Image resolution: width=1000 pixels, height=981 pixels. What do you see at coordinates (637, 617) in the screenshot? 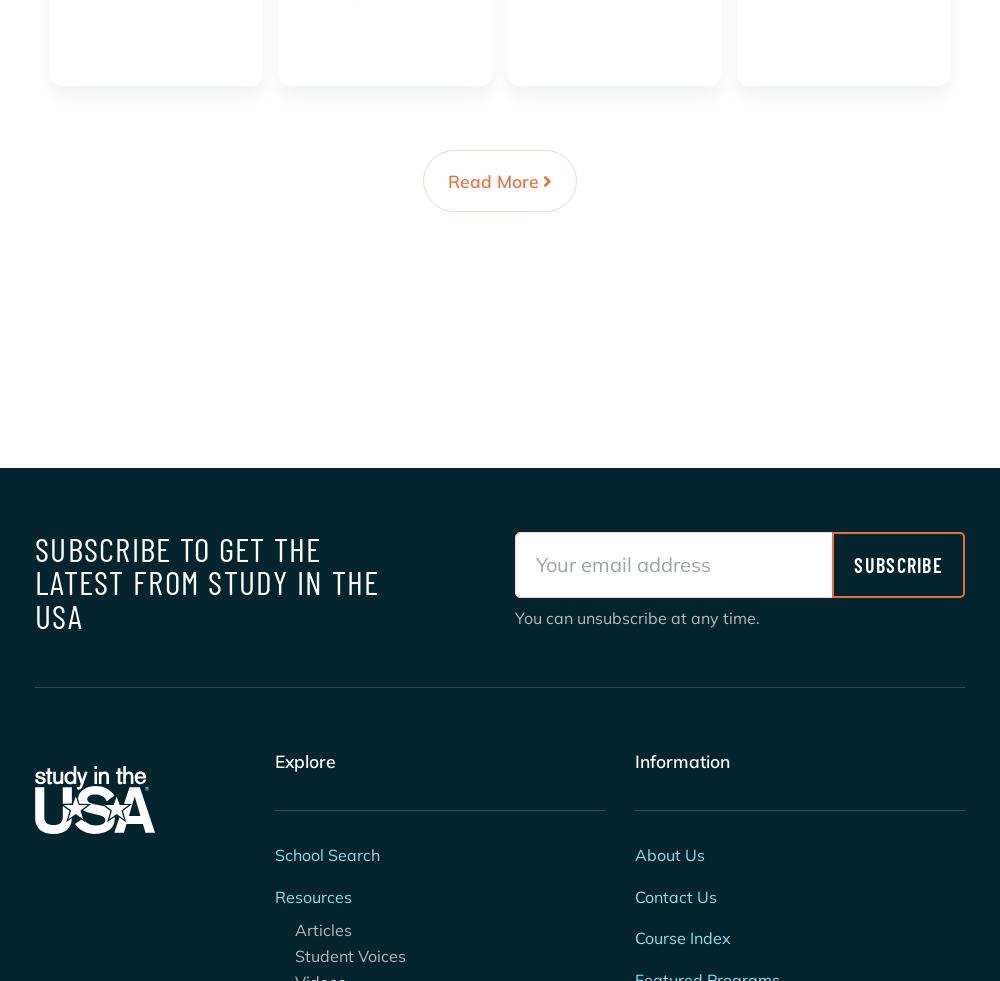
I see `'You can unsubscribe at any time.'` at bounding box center [637, 617].